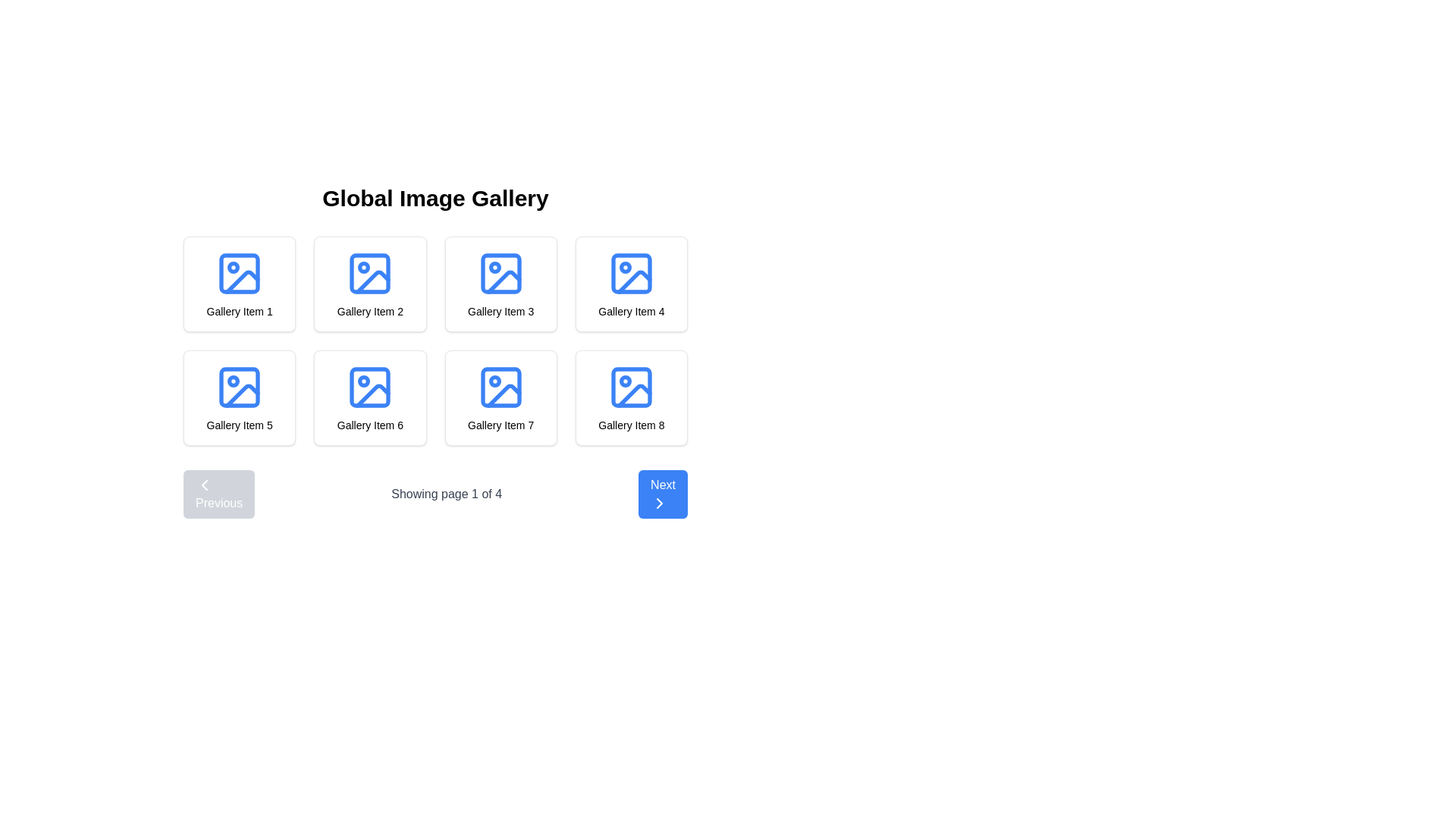  Describe the element at coordinates (370, 311) in the screenshot. I see `the text label displaying 'Gallery Item 2', which is located beneath an image icon in the second item of the upper row of the gallery items grid` at that location.